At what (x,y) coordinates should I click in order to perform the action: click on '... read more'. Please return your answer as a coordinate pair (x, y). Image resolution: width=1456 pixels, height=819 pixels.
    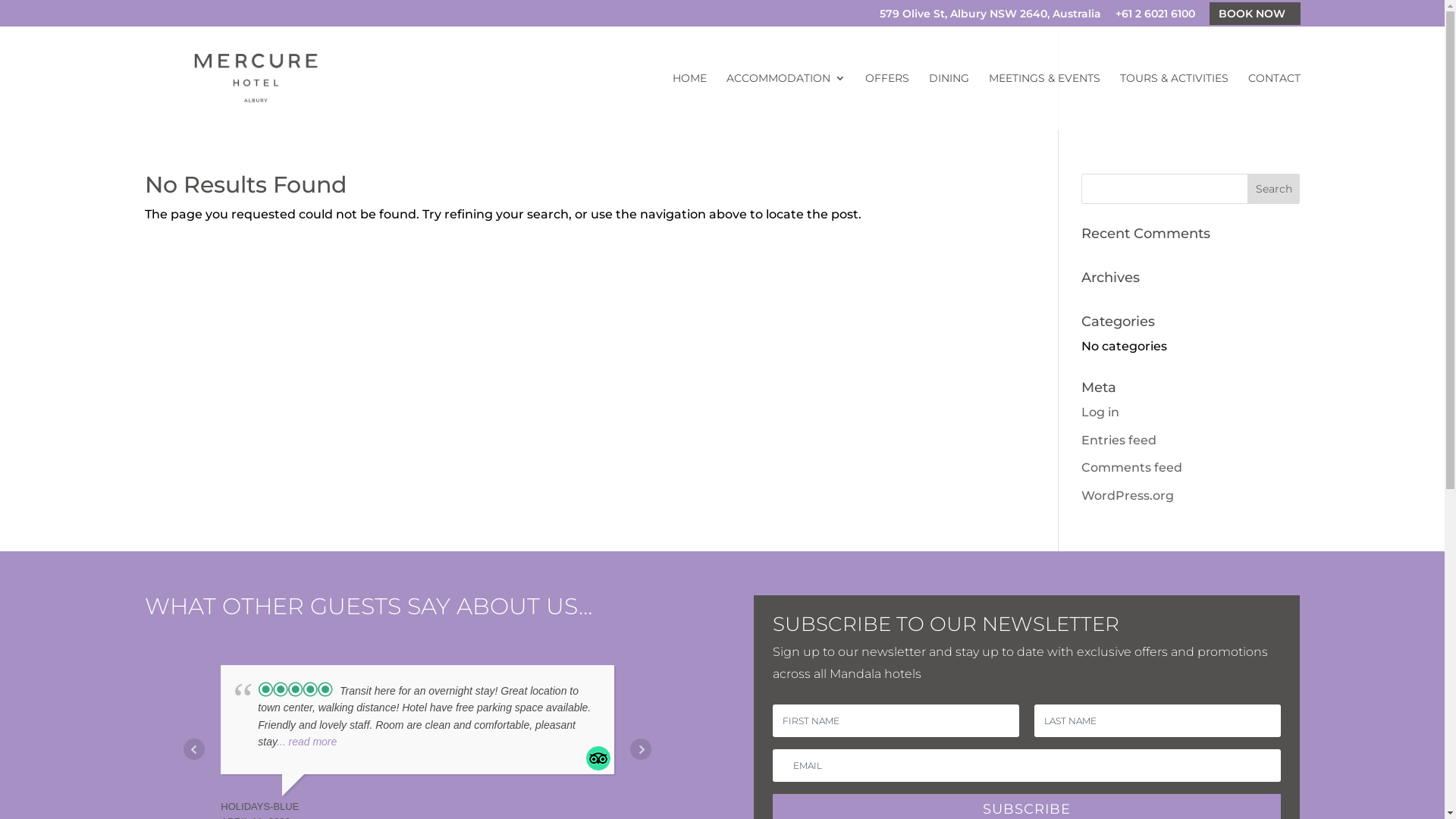
    Looking at the image, I should click on (306, 741).